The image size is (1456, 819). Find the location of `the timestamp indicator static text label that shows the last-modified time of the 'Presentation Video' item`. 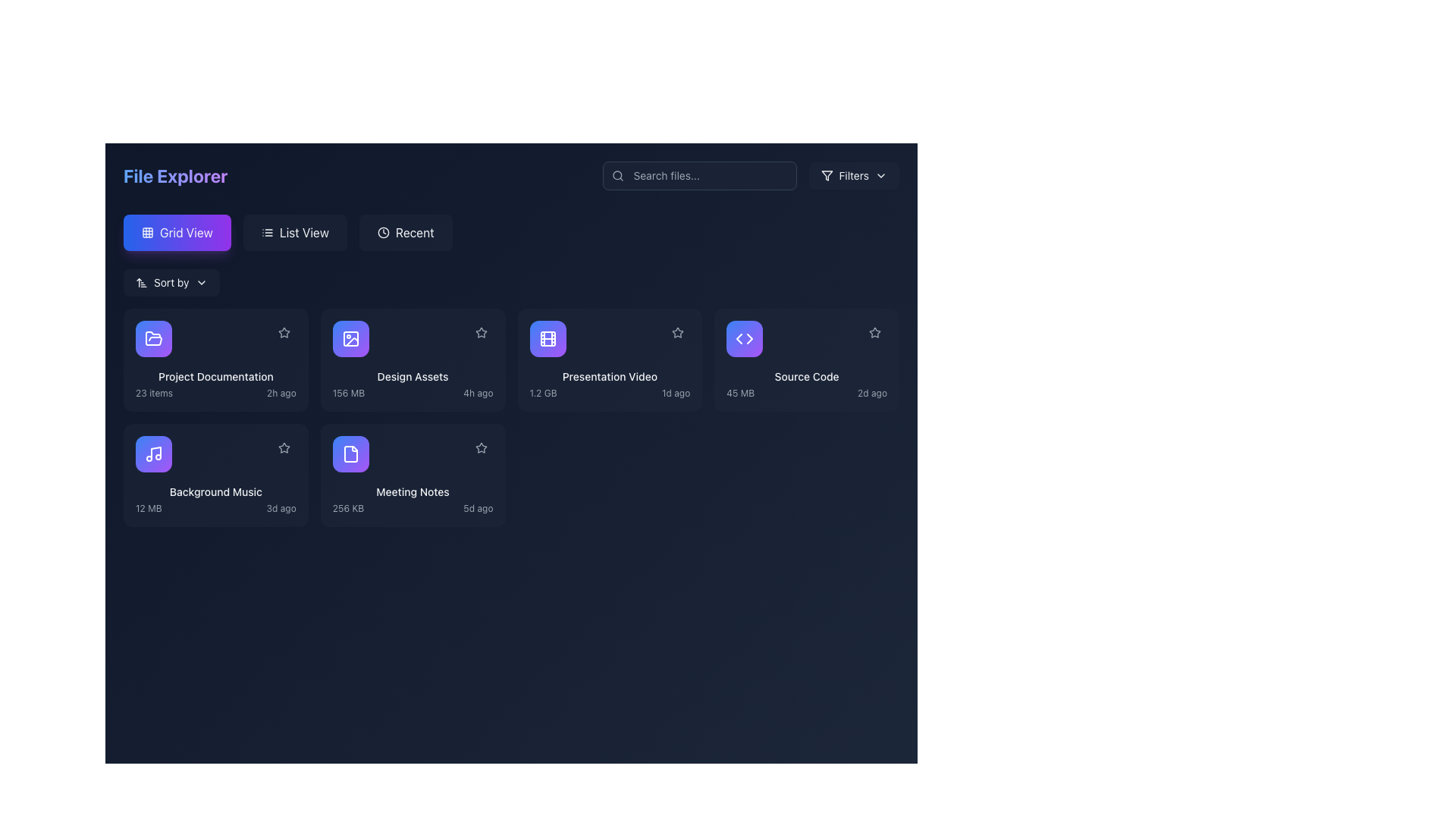

the timestamp indicator static text label that shows the last-modified time of the 'Presentation Video' item is located at coordinates (675, 393).